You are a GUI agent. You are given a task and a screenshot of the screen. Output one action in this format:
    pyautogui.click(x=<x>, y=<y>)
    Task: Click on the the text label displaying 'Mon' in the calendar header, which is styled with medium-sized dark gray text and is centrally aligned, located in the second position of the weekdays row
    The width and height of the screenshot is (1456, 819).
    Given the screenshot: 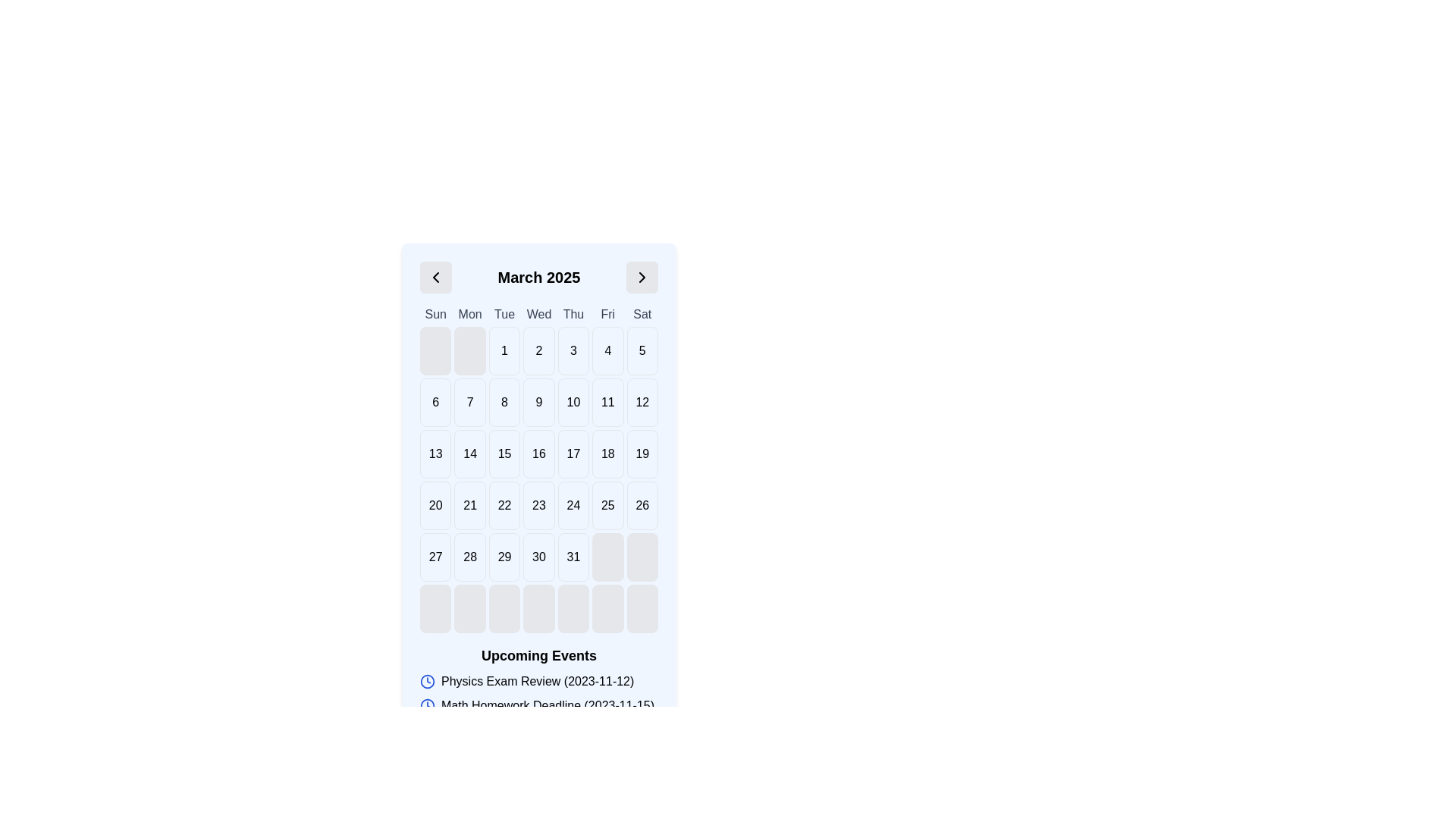 What is the action you would take?
    pyautogui.click(x=469, y=314)
    